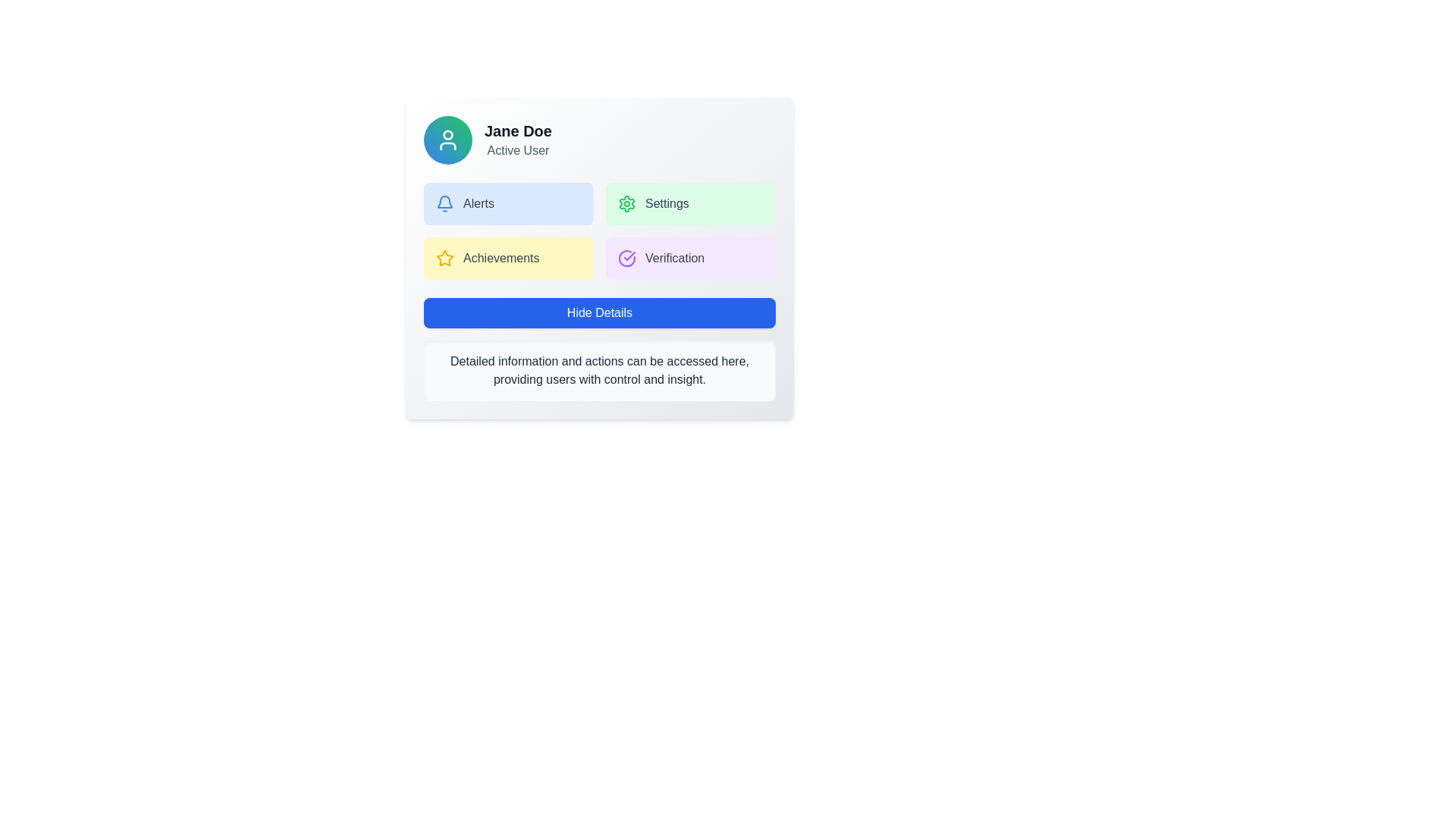  Describe the element at coordinates (518, 130) in the screenshot. I see `the text label displaying the user's name 'Jane Doe', which is positioned above the 'Active User' text in the user profile card layout` at that location.